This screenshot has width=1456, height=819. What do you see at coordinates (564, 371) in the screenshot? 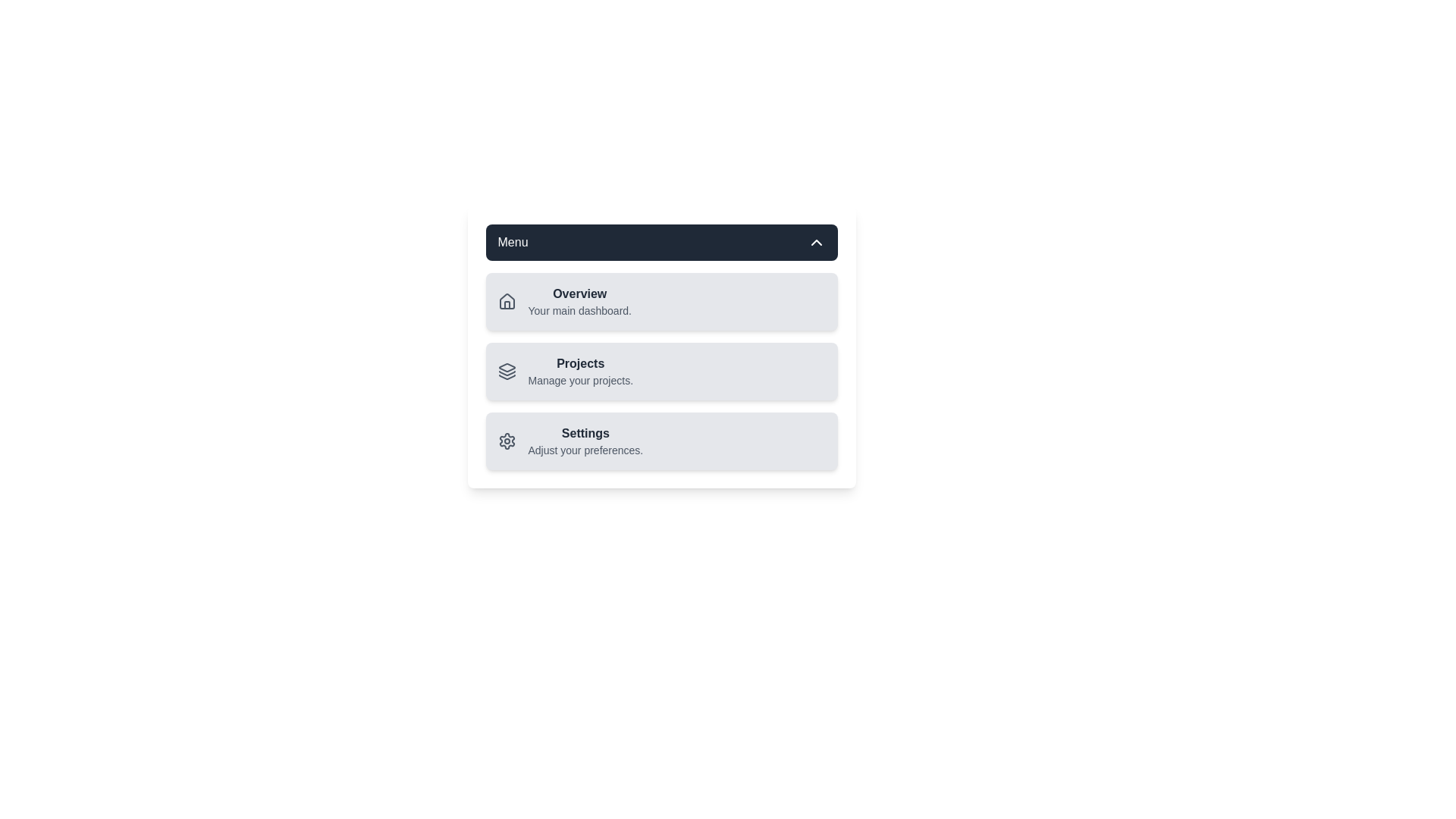
I see `the menu item corresponding to Projects` at bounding box center [564, 371].